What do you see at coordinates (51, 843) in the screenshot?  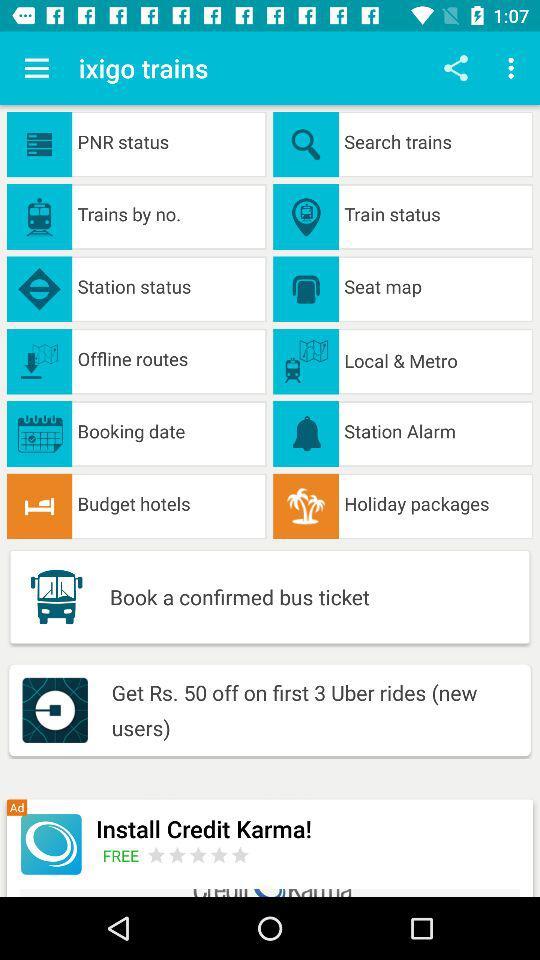 I see `install credit karma` at bounding box center [51, 843].